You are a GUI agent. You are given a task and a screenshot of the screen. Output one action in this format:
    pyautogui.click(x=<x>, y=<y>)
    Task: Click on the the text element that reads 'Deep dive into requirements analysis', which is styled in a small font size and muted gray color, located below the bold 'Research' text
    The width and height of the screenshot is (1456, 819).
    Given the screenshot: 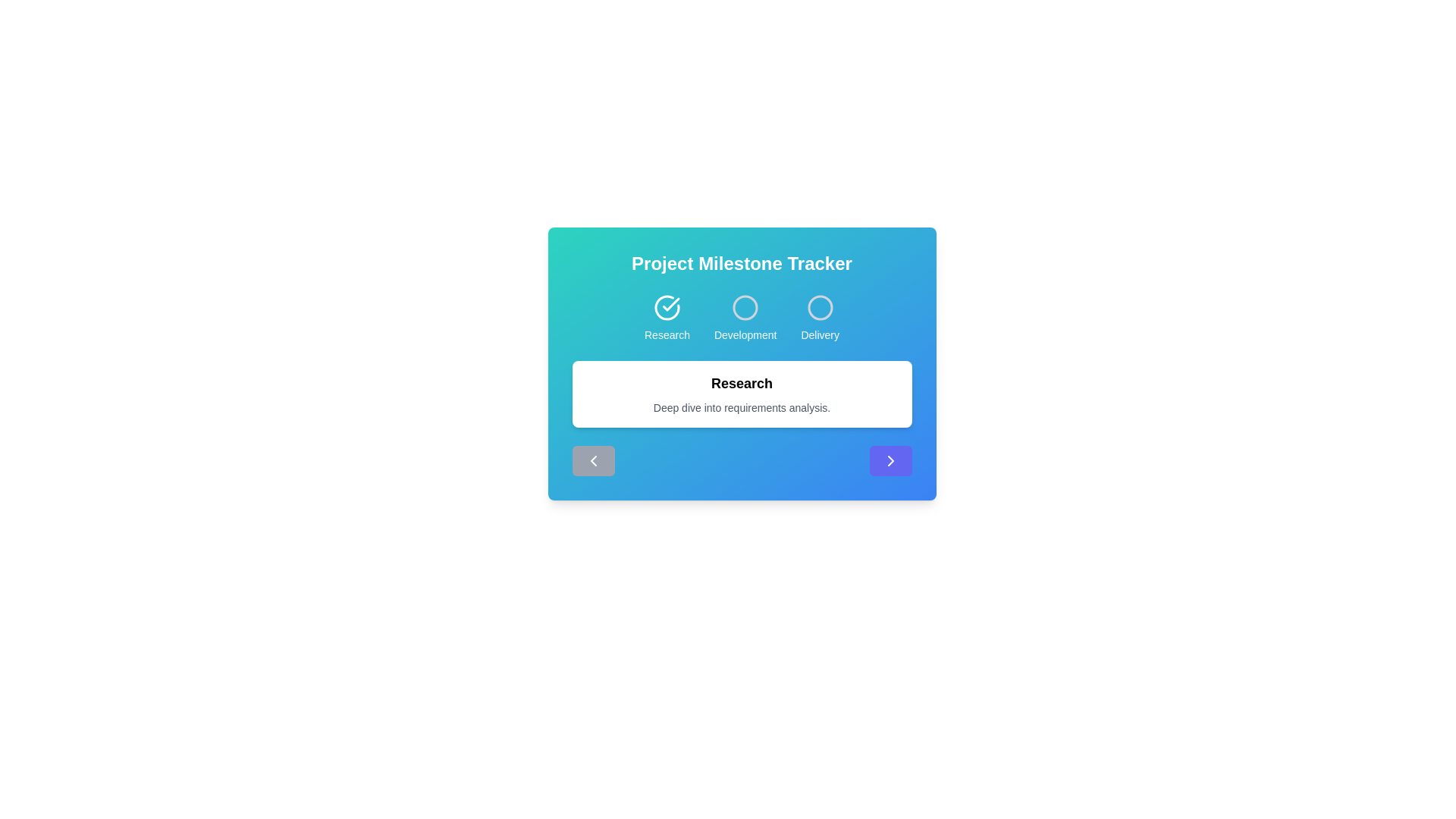 What is the action you would take?
    pyautogui.click(x=742, y=406)
    